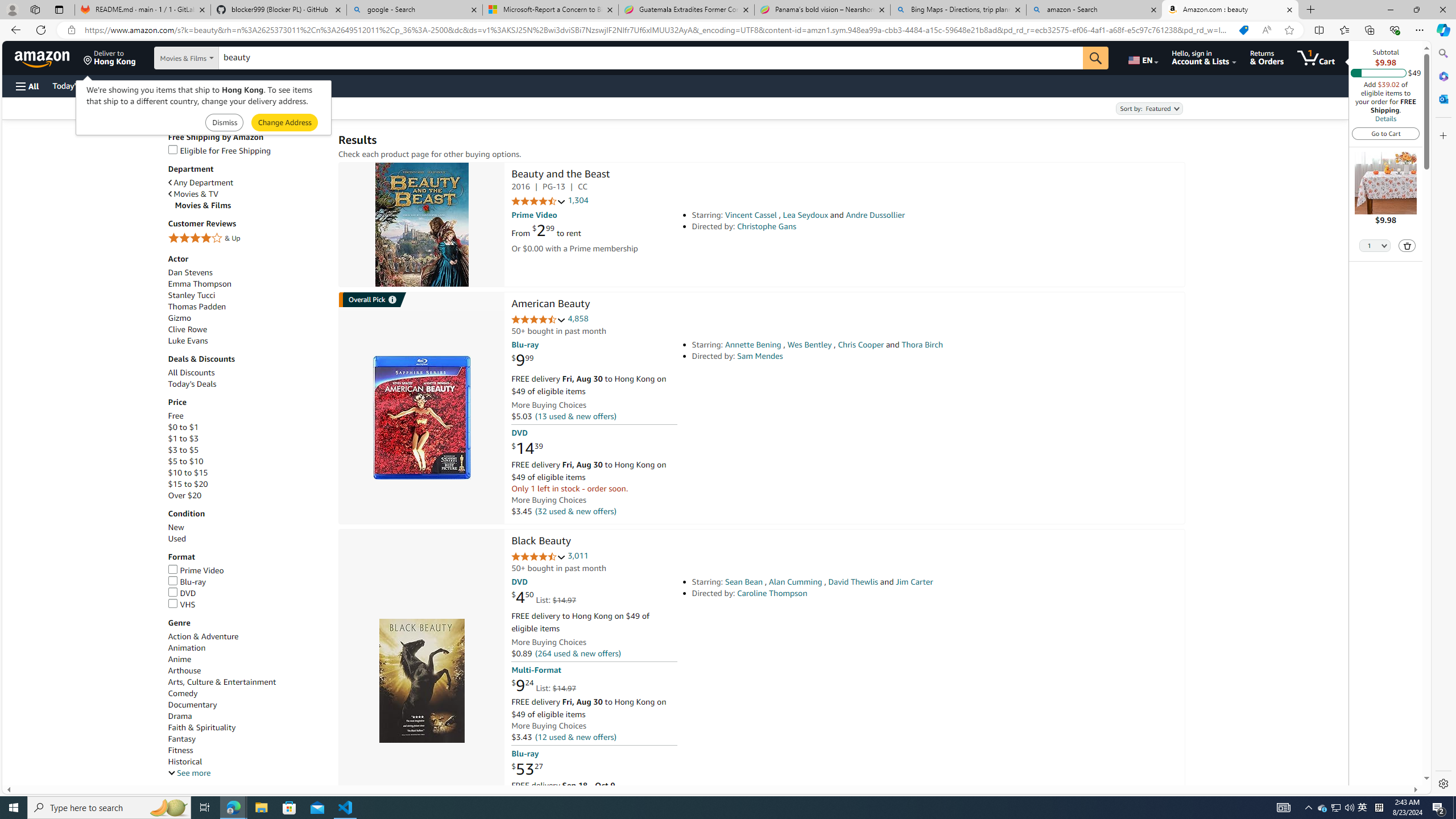 The image size is (1456, 819). Describe the element at coordinates (247, 438) in the screenshot. I see `'$1 to $3'` at that location.